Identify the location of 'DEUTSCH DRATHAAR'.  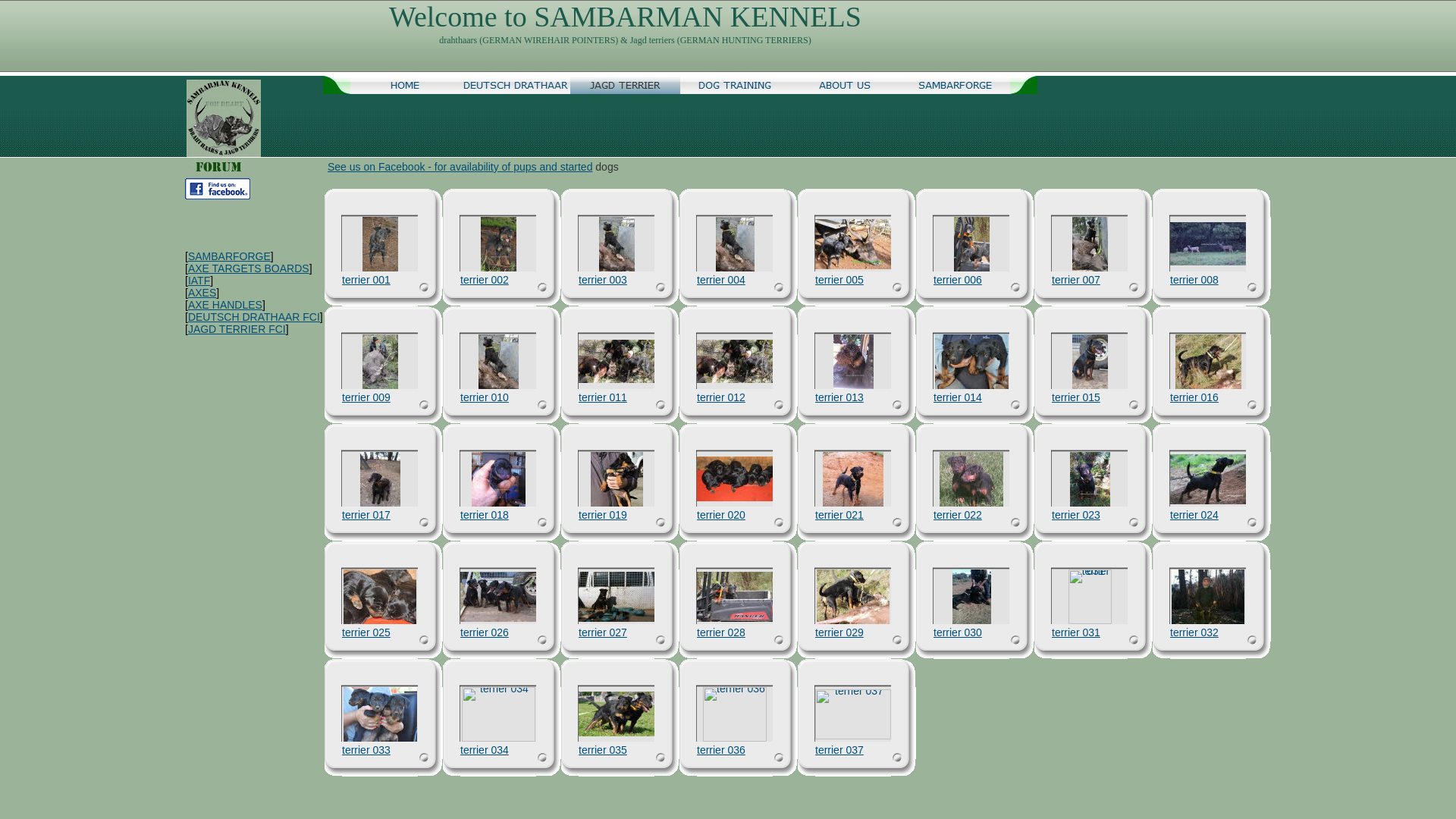
(515, 84).